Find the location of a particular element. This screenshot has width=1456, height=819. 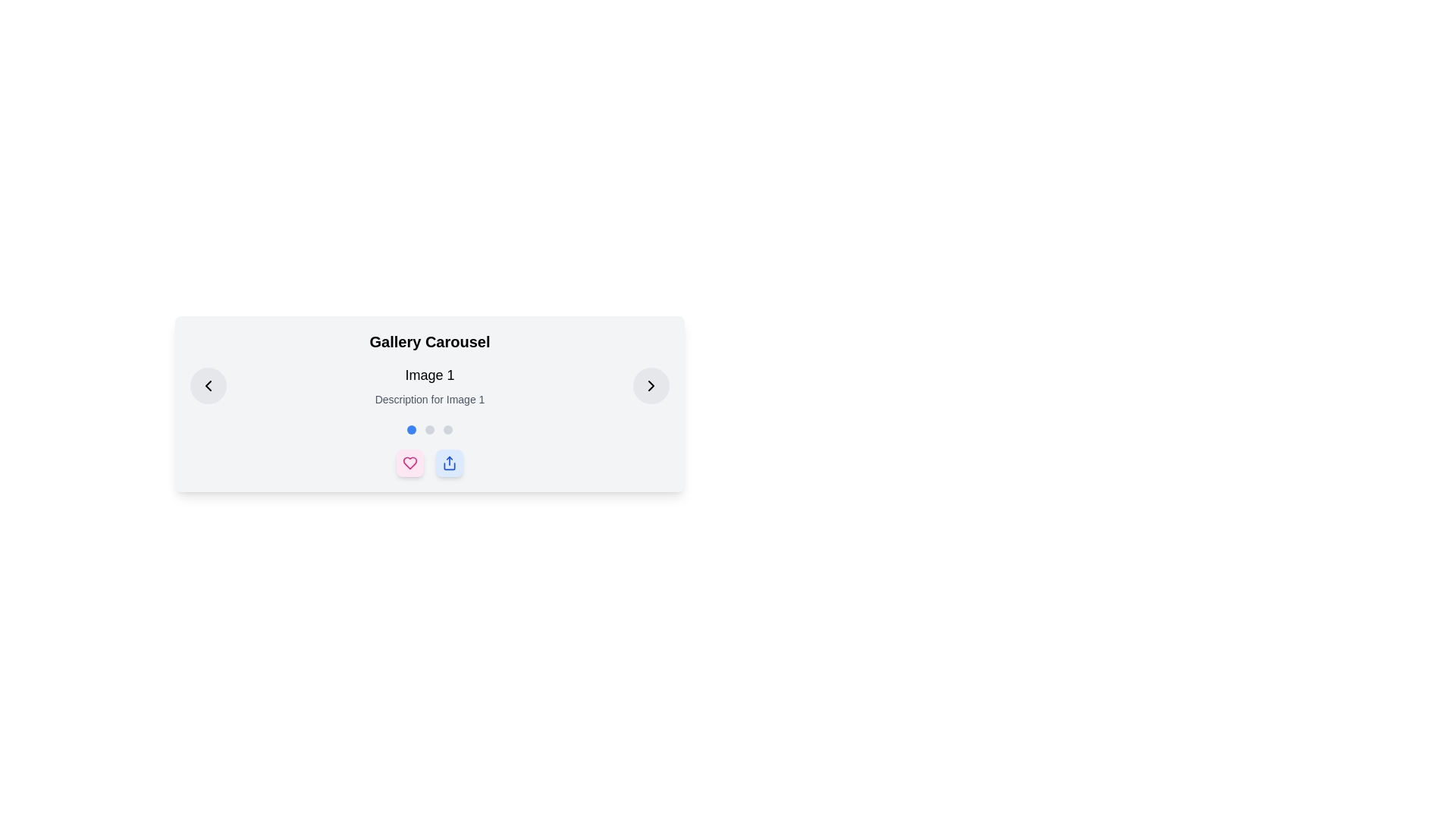

the heart-shaped icon with a pink outline is located at coordinates (410, 462).